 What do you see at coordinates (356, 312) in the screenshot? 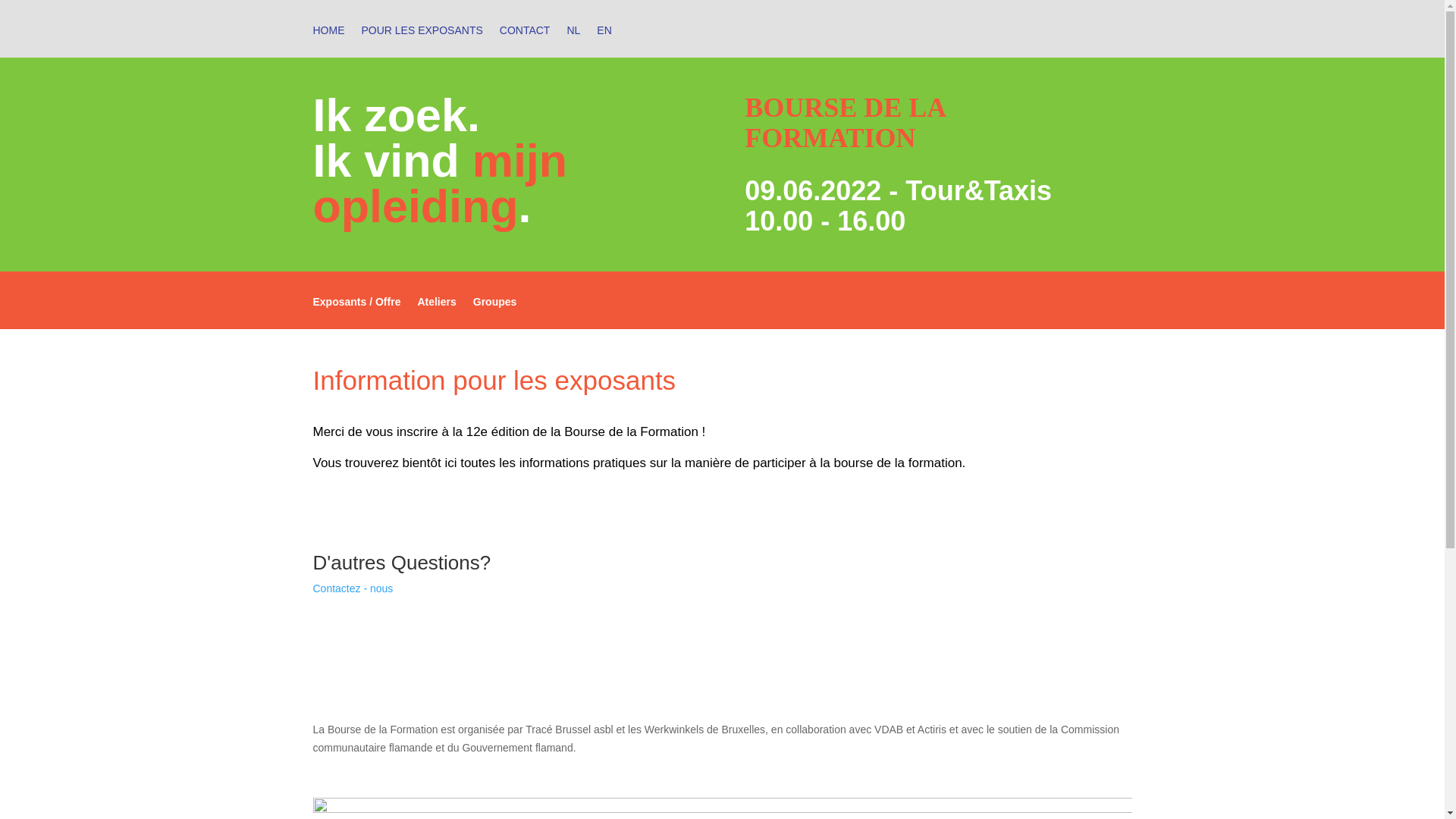
I see `'Exposants / Offre'` at bounding box center [356, 312].